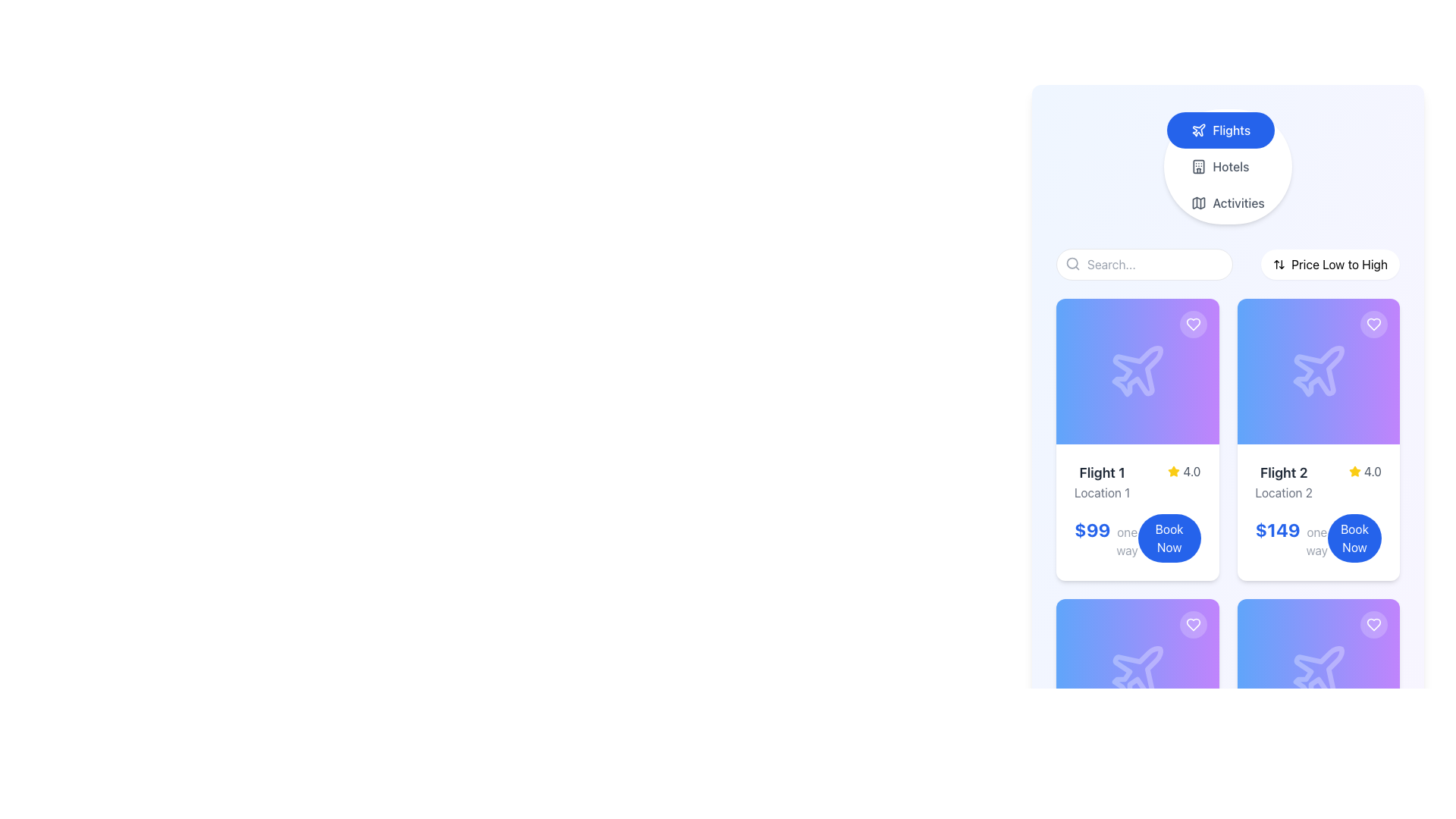  I want to click on the 'Price Low to High' text label, which is styled in black on a white background and located on the right side of the page, so click(1339, 263).